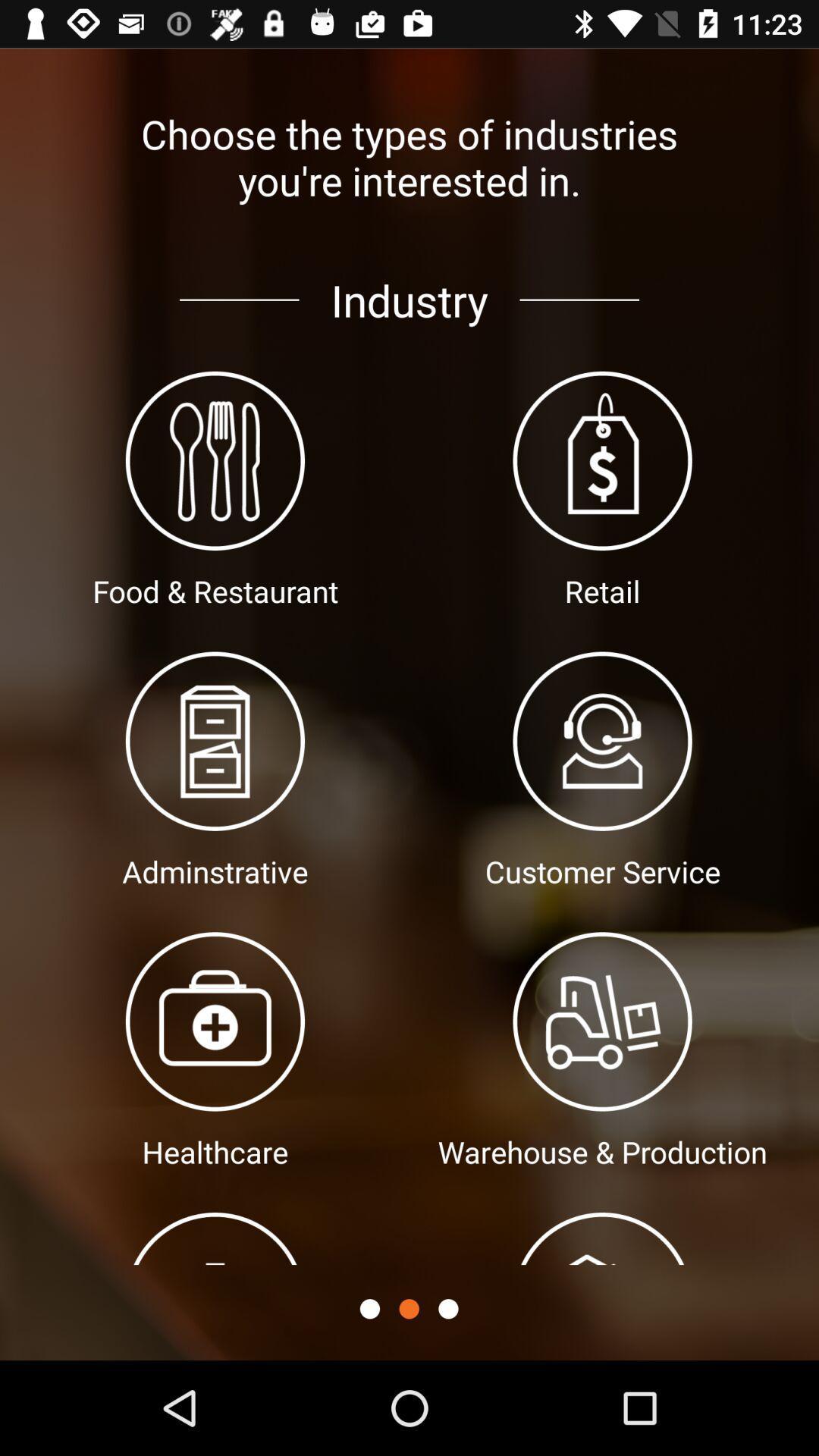  I want to click on button setting icon, so click(369, 1308).